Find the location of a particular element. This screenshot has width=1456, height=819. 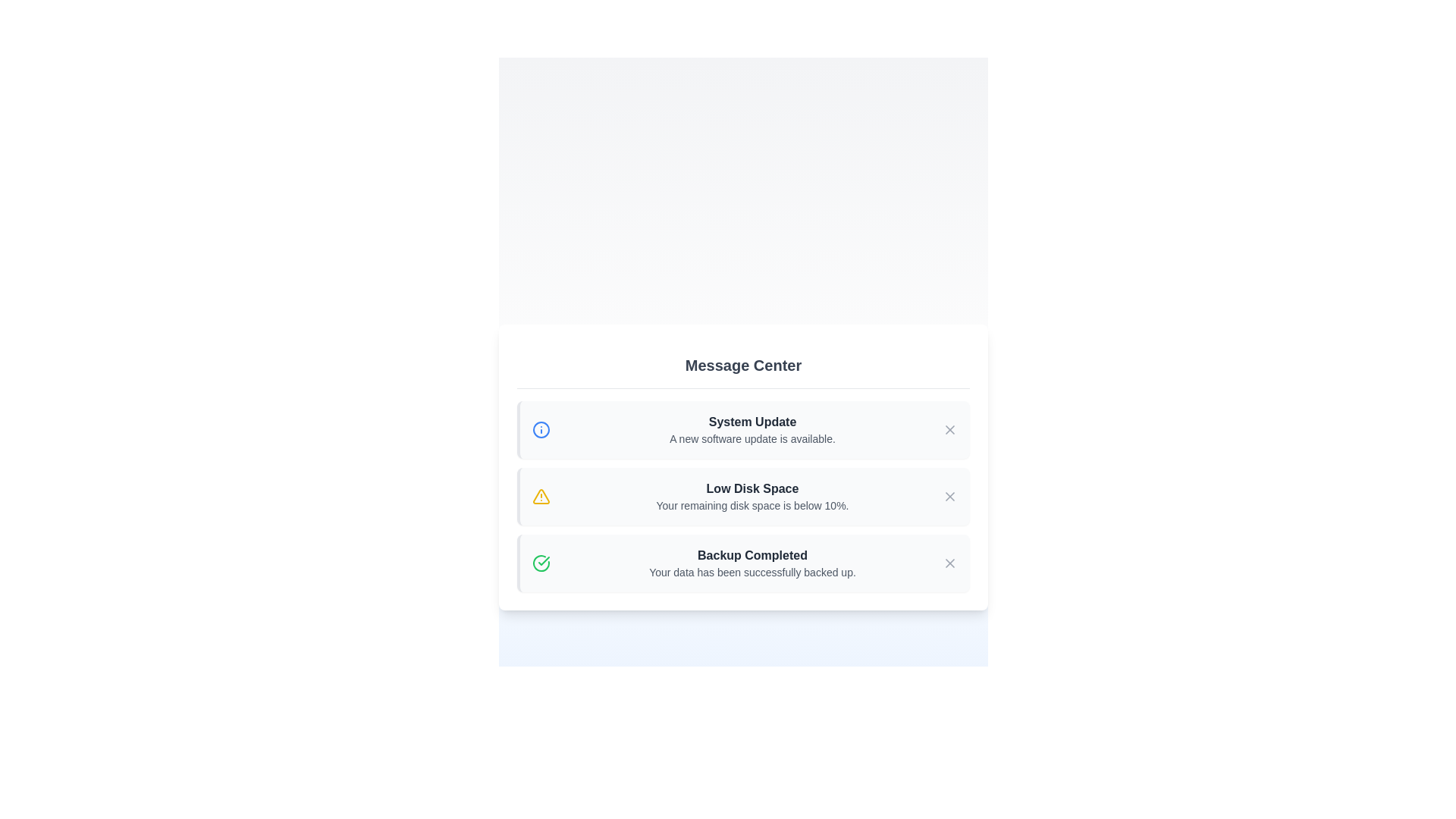

the circular blue informational icon located to the left of the 'System Update' heading in the Message Center notifications is located at coordinates (541, 429).